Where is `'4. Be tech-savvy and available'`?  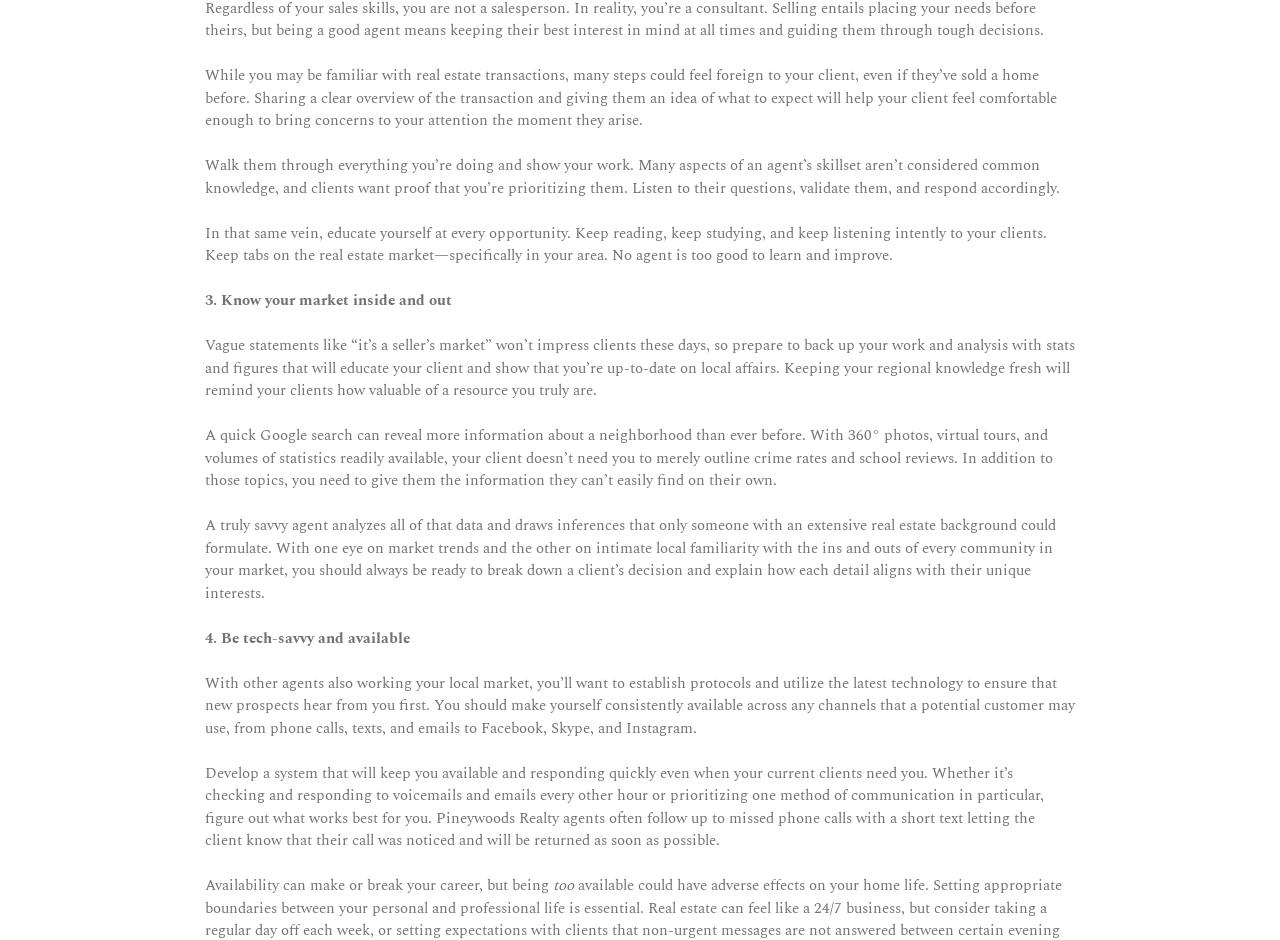 '4. Be tech-savvy and available' is located at coordinates (306, 637).